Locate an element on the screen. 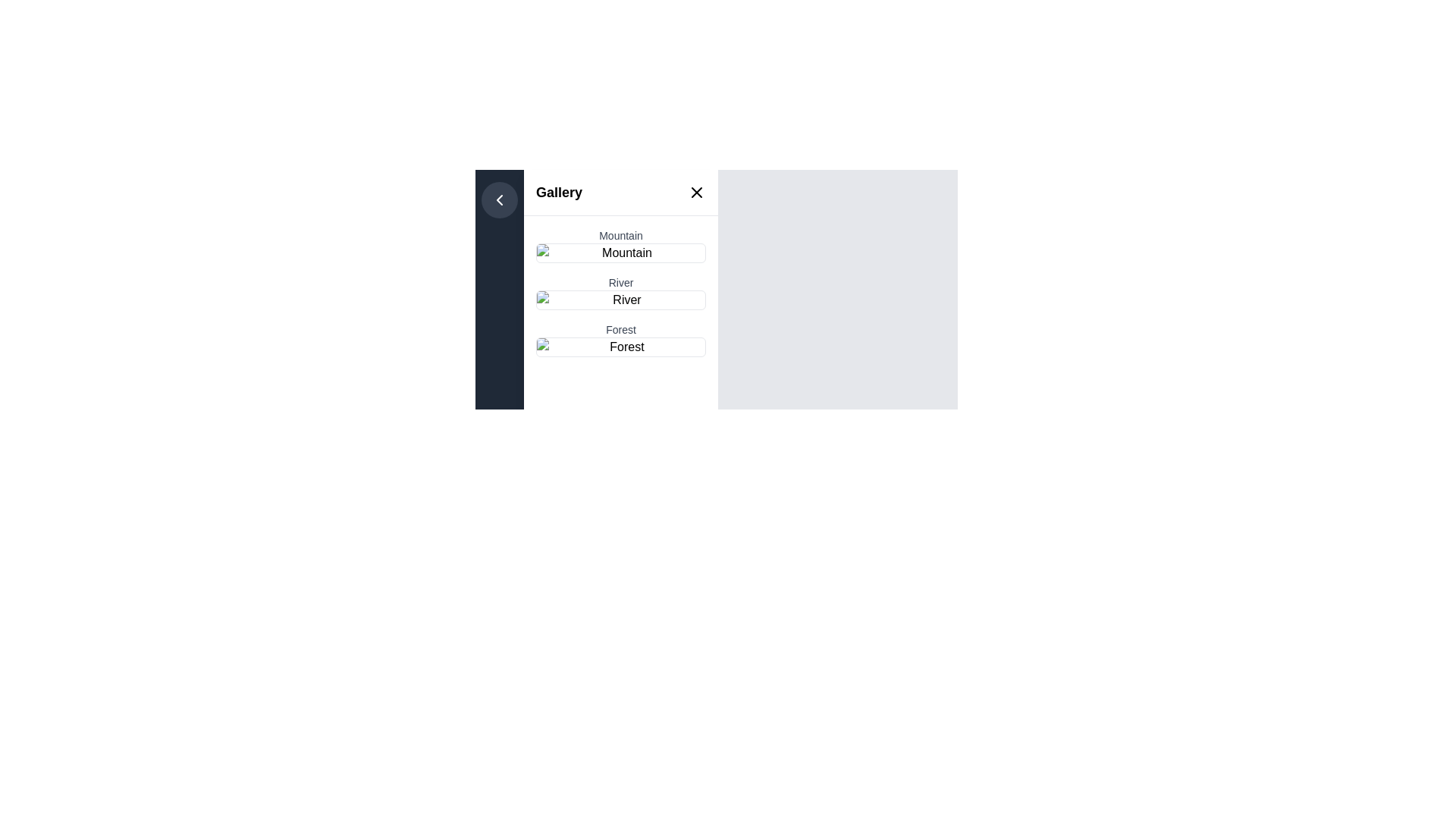 Image resolution: width=1456 pixels, height=819 pixels. the list item labeled 'River', which is the second item in the vertical gallery panel is located at coordinates (621, 300).